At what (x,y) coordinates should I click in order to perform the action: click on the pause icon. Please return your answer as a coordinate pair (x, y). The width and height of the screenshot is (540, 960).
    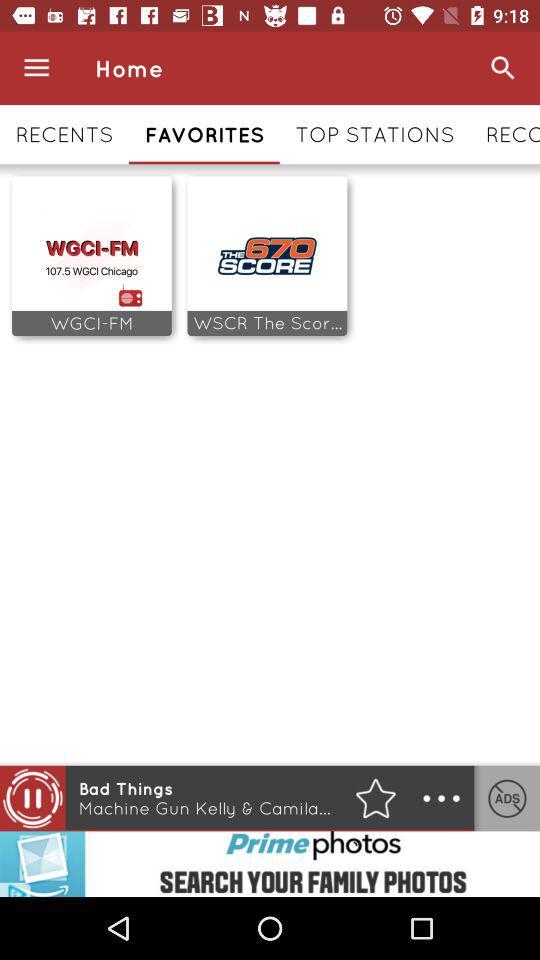
    Looking at the image, I should click on (31, 798).